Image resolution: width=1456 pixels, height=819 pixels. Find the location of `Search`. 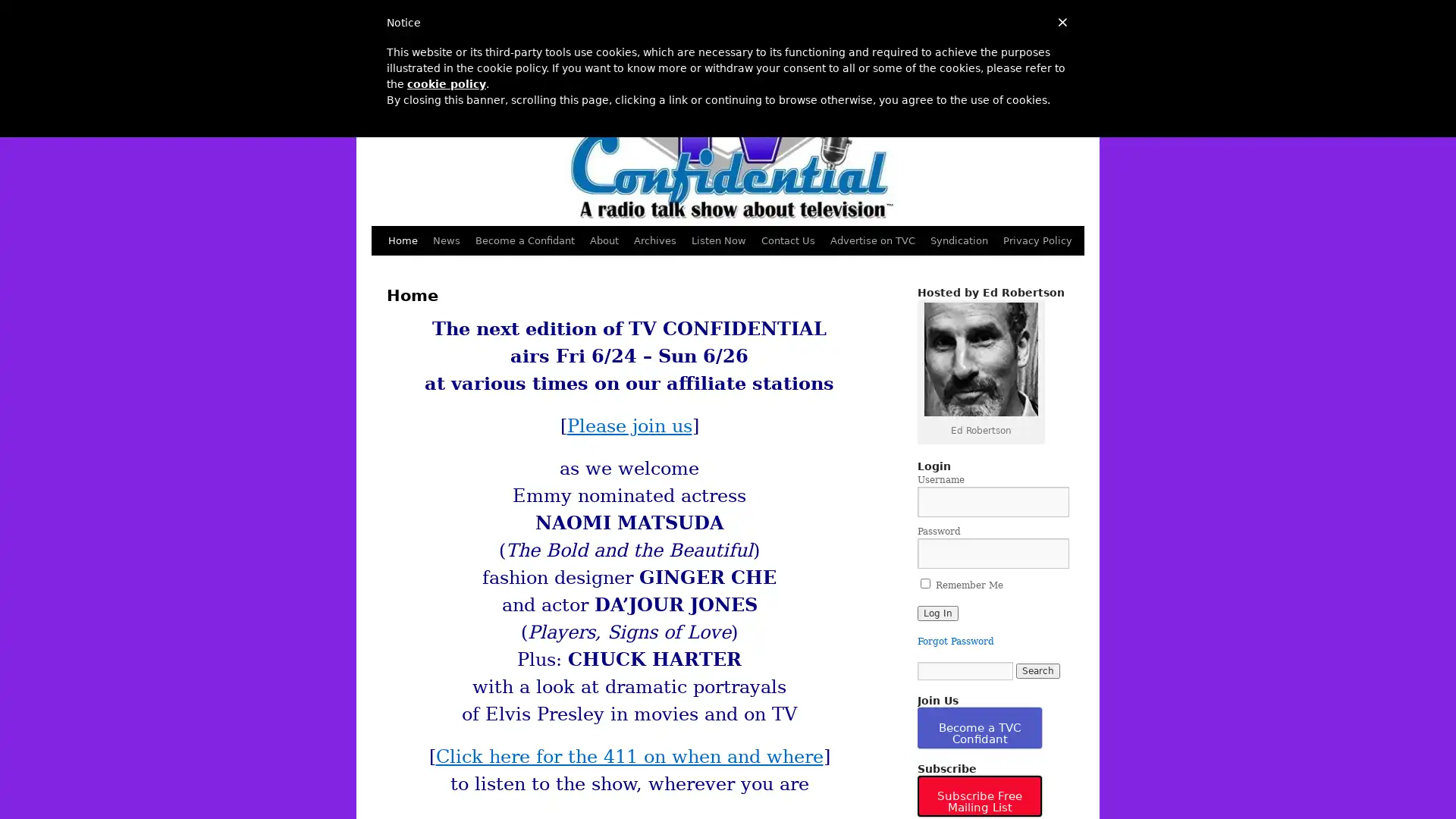

Search is located at coordinates (1037, 670).